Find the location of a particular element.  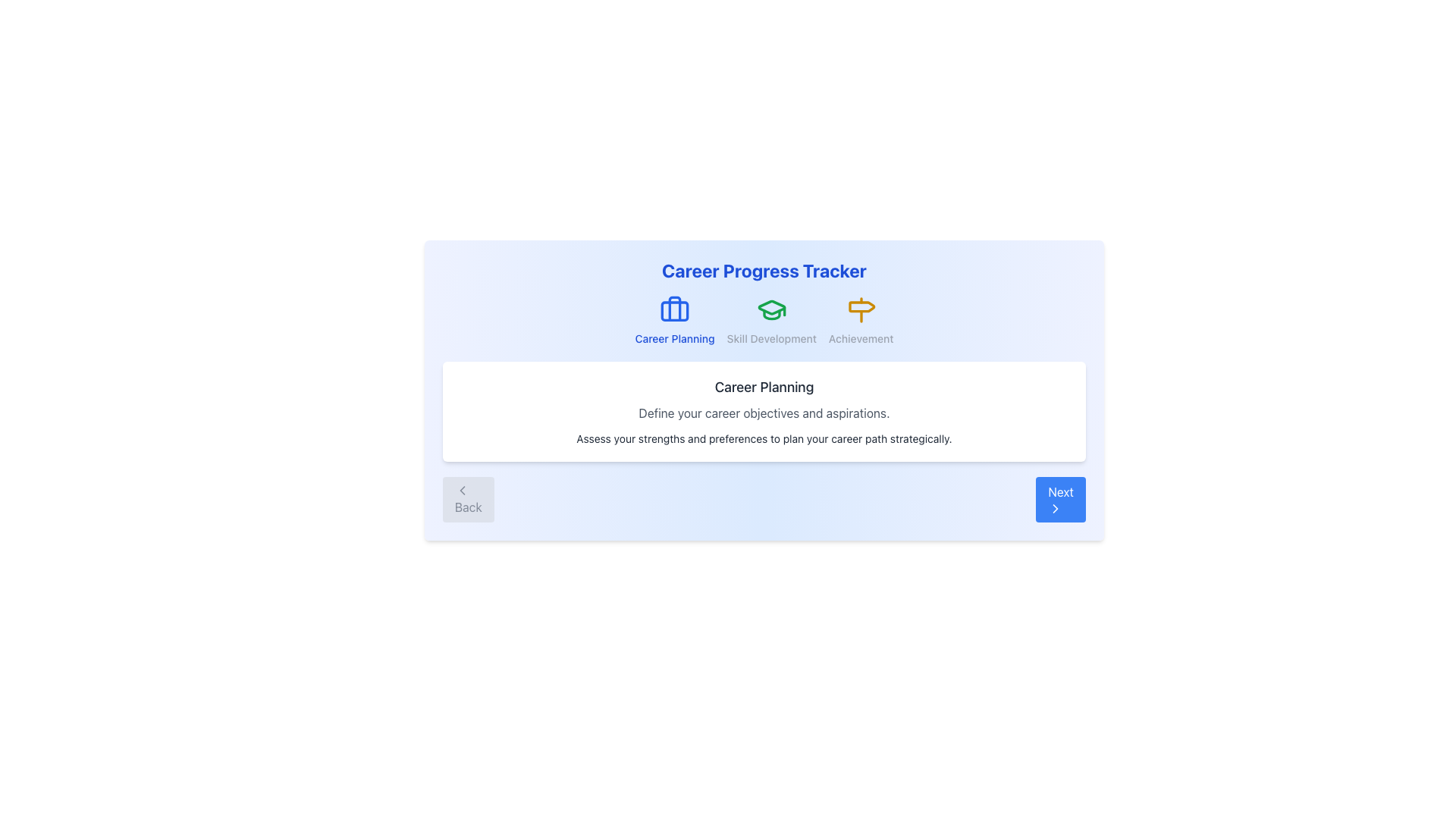

chevron icon associated with the 'Back' button located in the bottom-left corner of the card interface using developer tools is located at coordinates (461, 491).